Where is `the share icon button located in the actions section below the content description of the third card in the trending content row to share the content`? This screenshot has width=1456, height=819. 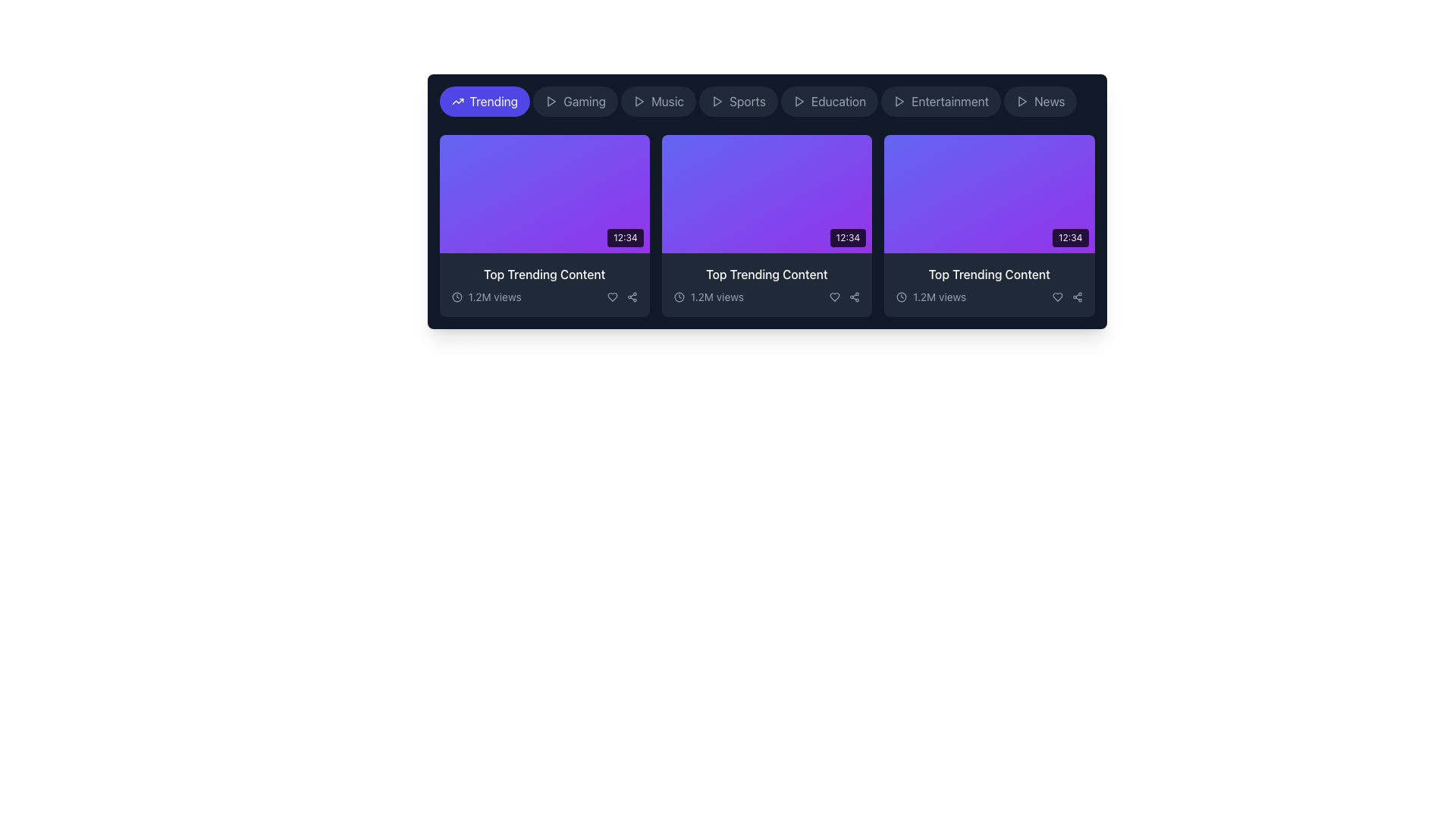
the share icon button located in the actions section below the content description of the third card in the trending content row to share the content is located at coordinates (632, 297).